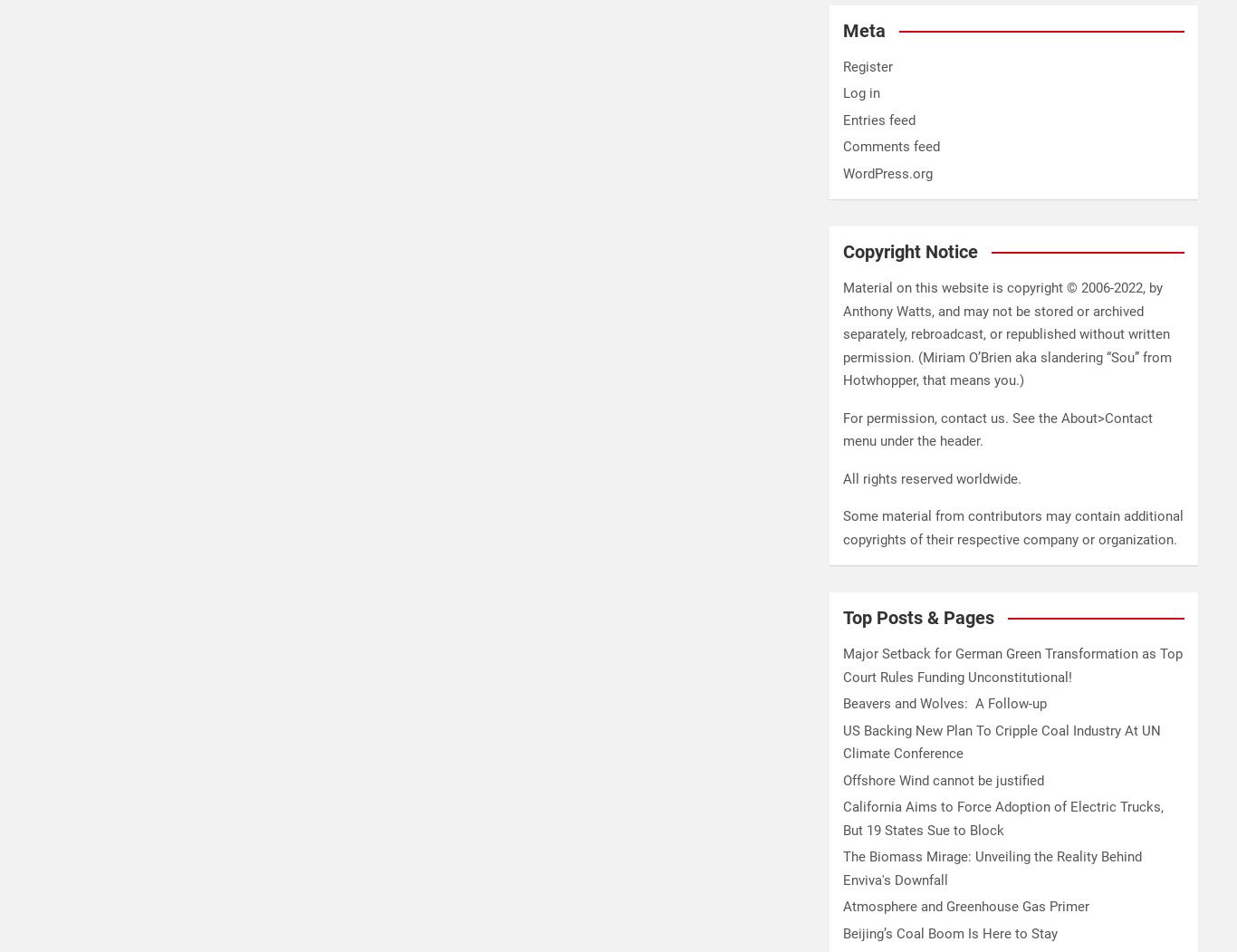 The image size is (1237, 952). What do you see at coordinates (887, 172) in the screenshot?
I see `'WordPress.org'` at bounding box center [887, 172].